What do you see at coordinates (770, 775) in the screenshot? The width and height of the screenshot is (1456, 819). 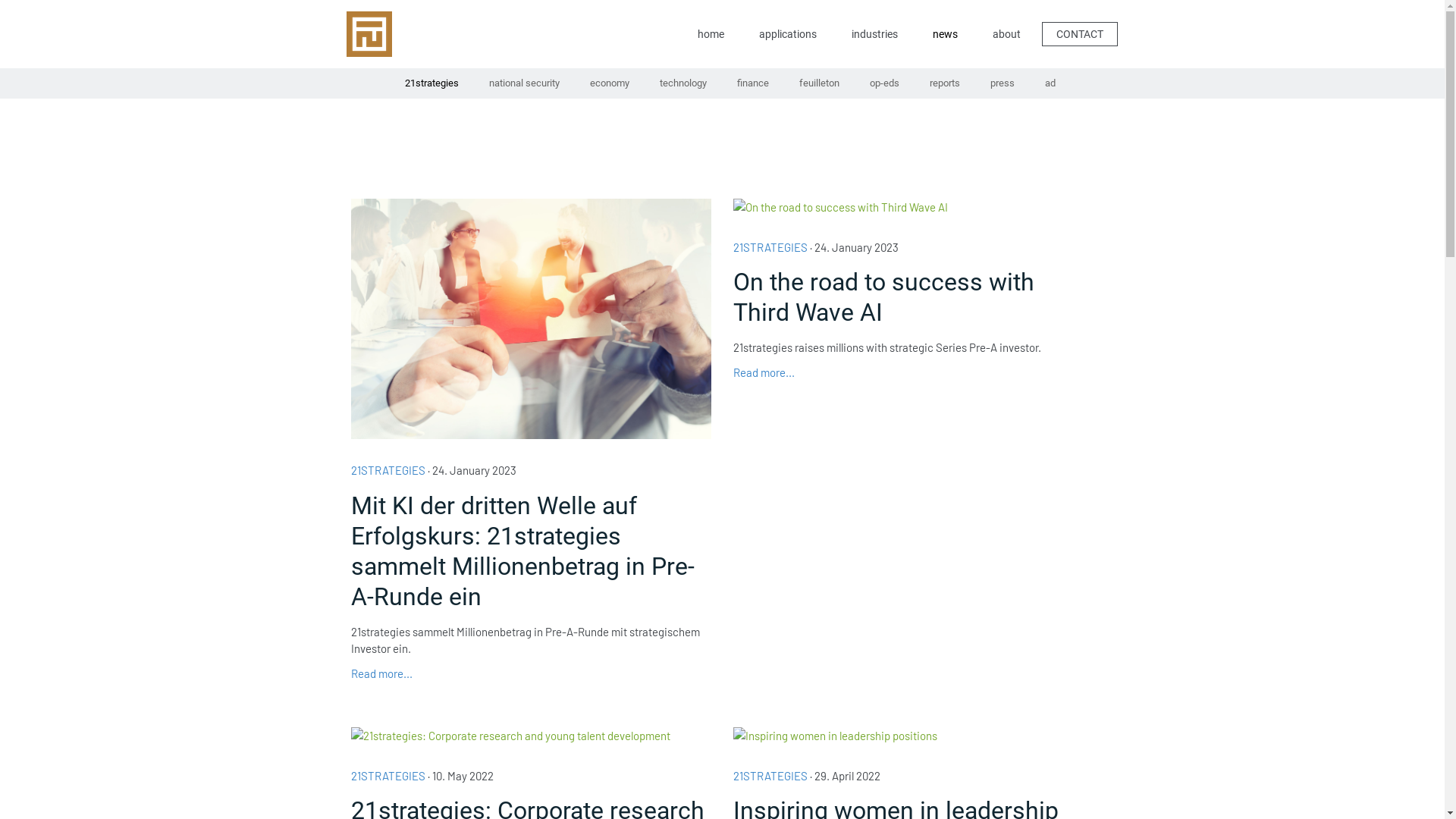 I see `'21STRATEGIES'` at bounding box center [770, 775].